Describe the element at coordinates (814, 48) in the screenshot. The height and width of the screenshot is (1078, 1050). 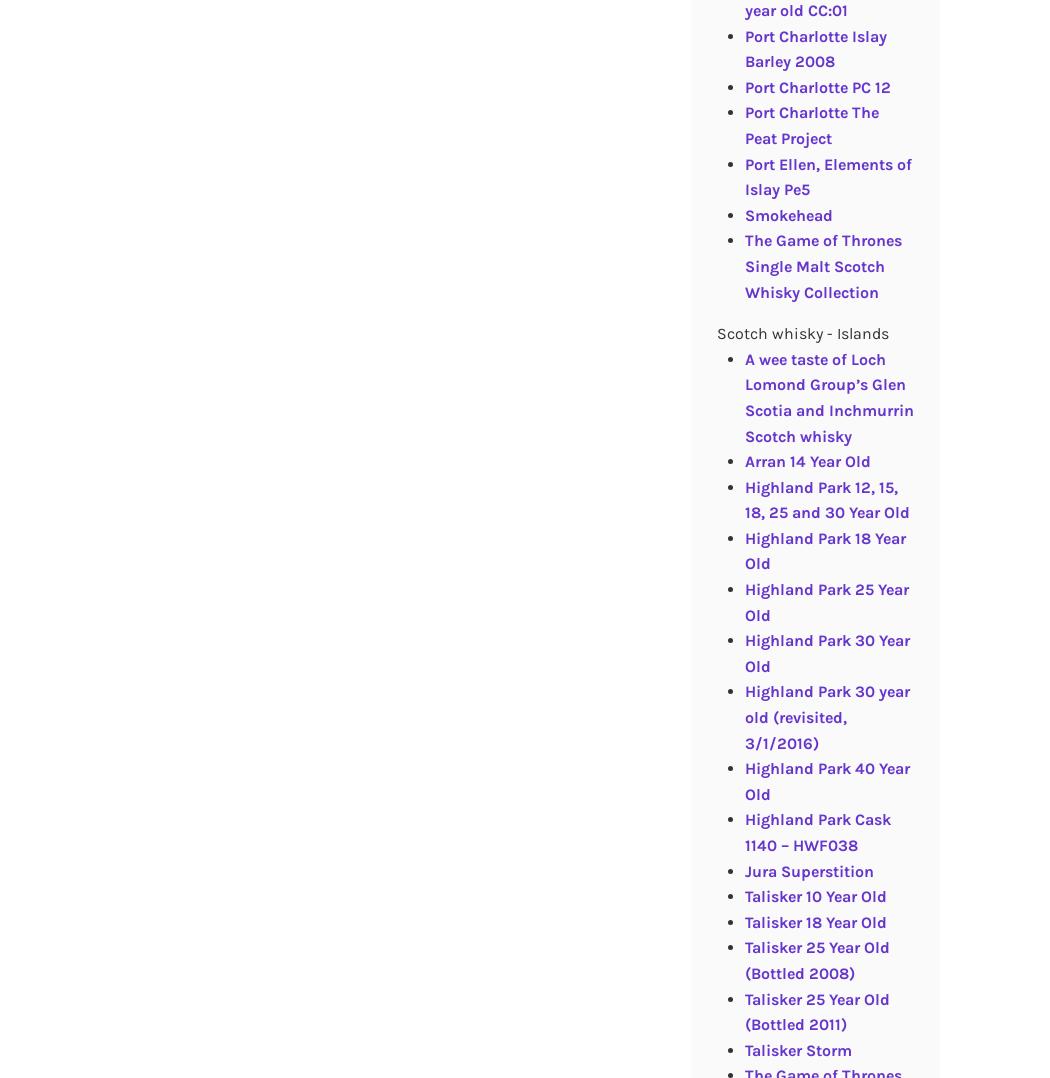
I see `'Port Charlotte Islay Barley 2008'` at that location.